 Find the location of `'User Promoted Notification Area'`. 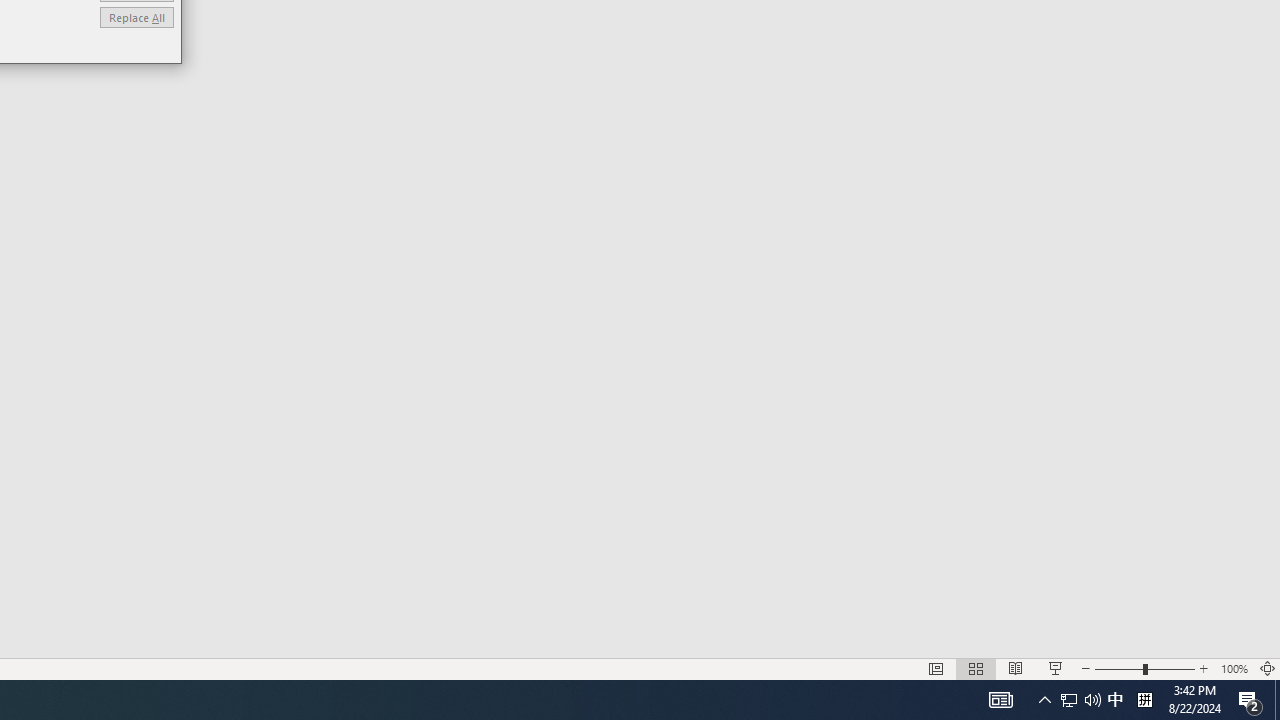

'User Promoted Notification Area' is located at coordinates (1079, 698).